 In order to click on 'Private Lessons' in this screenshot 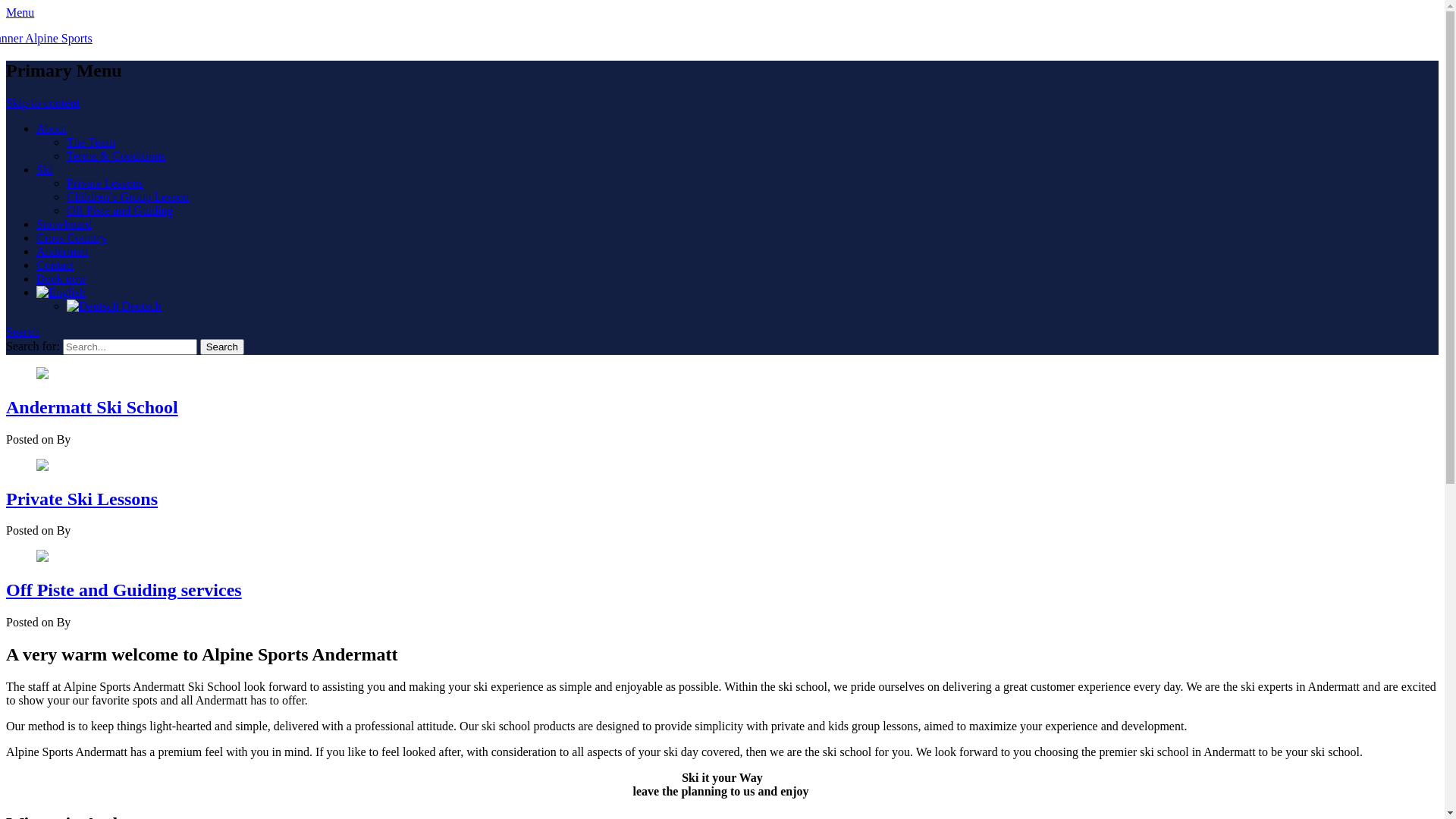, I will do `click(104, 182)`.